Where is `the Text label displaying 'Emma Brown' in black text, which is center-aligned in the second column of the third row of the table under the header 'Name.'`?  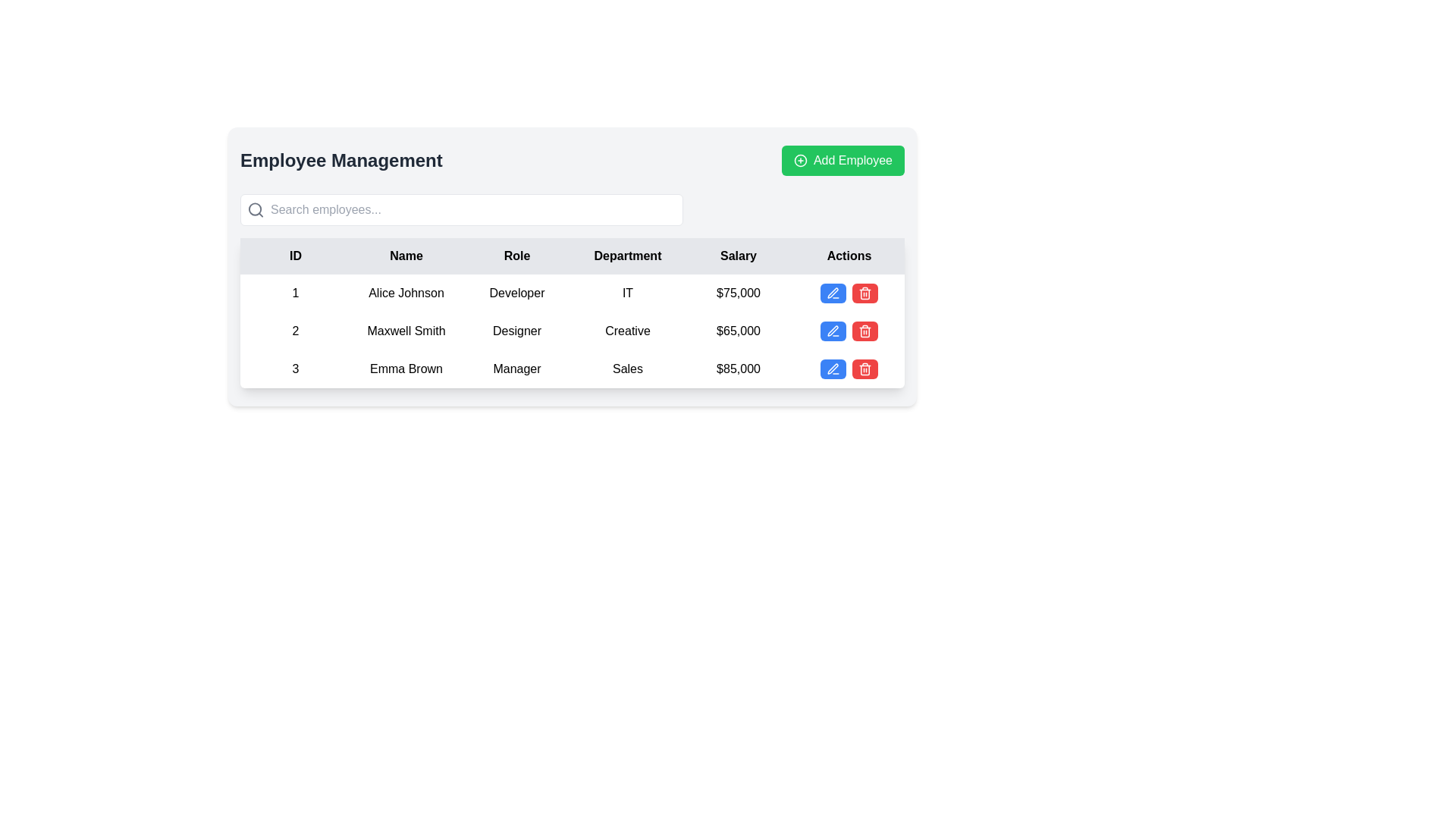
the Text label displaying 'Emma Brown' in black text, which is center-aligned in the second column of the third row of the table under the header 'Name.' is located at coordinates (406, 369).